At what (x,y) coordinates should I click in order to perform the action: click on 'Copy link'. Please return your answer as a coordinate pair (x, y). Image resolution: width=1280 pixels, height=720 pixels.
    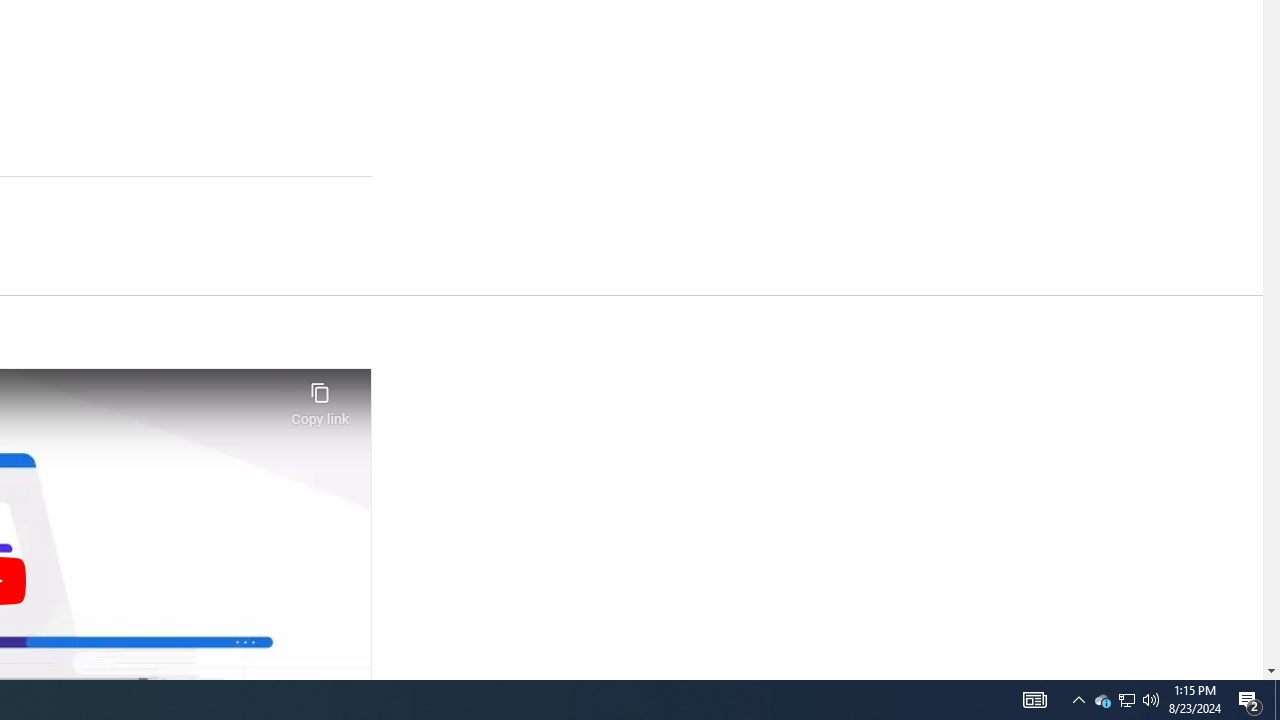
    Looking at the image, I should click on (320, 398).